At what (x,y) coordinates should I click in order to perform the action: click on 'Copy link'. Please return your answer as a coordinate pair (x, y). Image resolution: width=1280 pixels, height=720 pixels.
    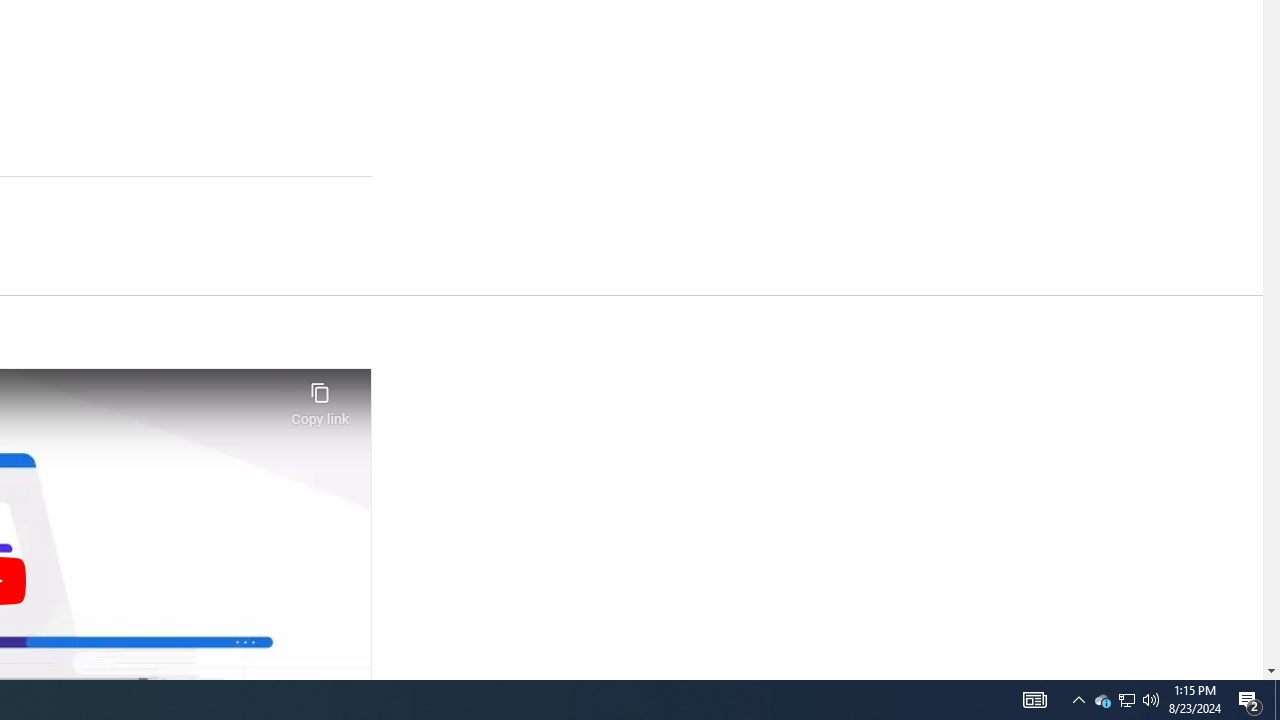
    Looking at the image, I should click on (320, 398).